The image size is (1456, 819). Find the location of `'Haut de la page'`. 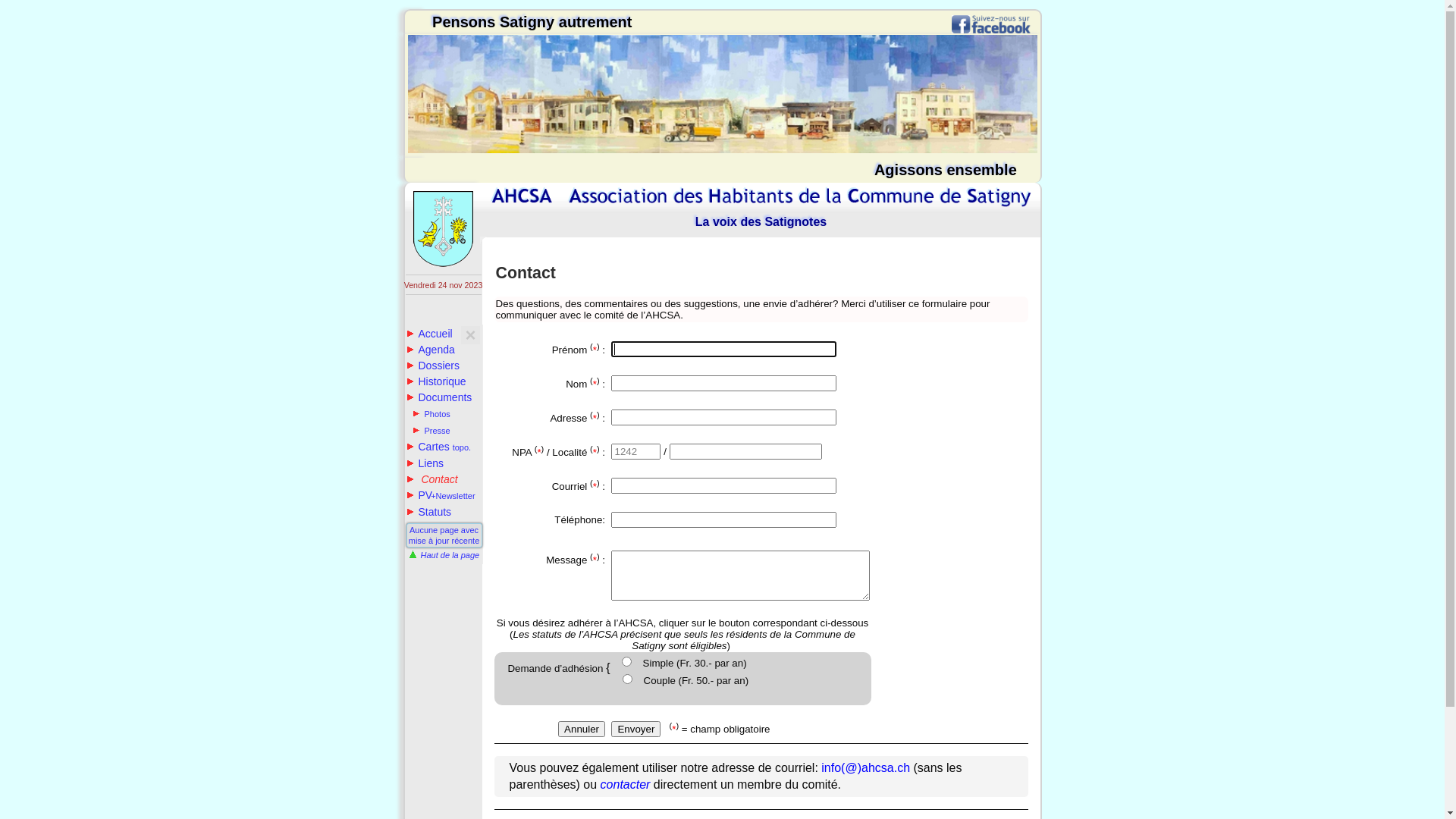

'Haut de la page' is located at coordinates (442, 555).